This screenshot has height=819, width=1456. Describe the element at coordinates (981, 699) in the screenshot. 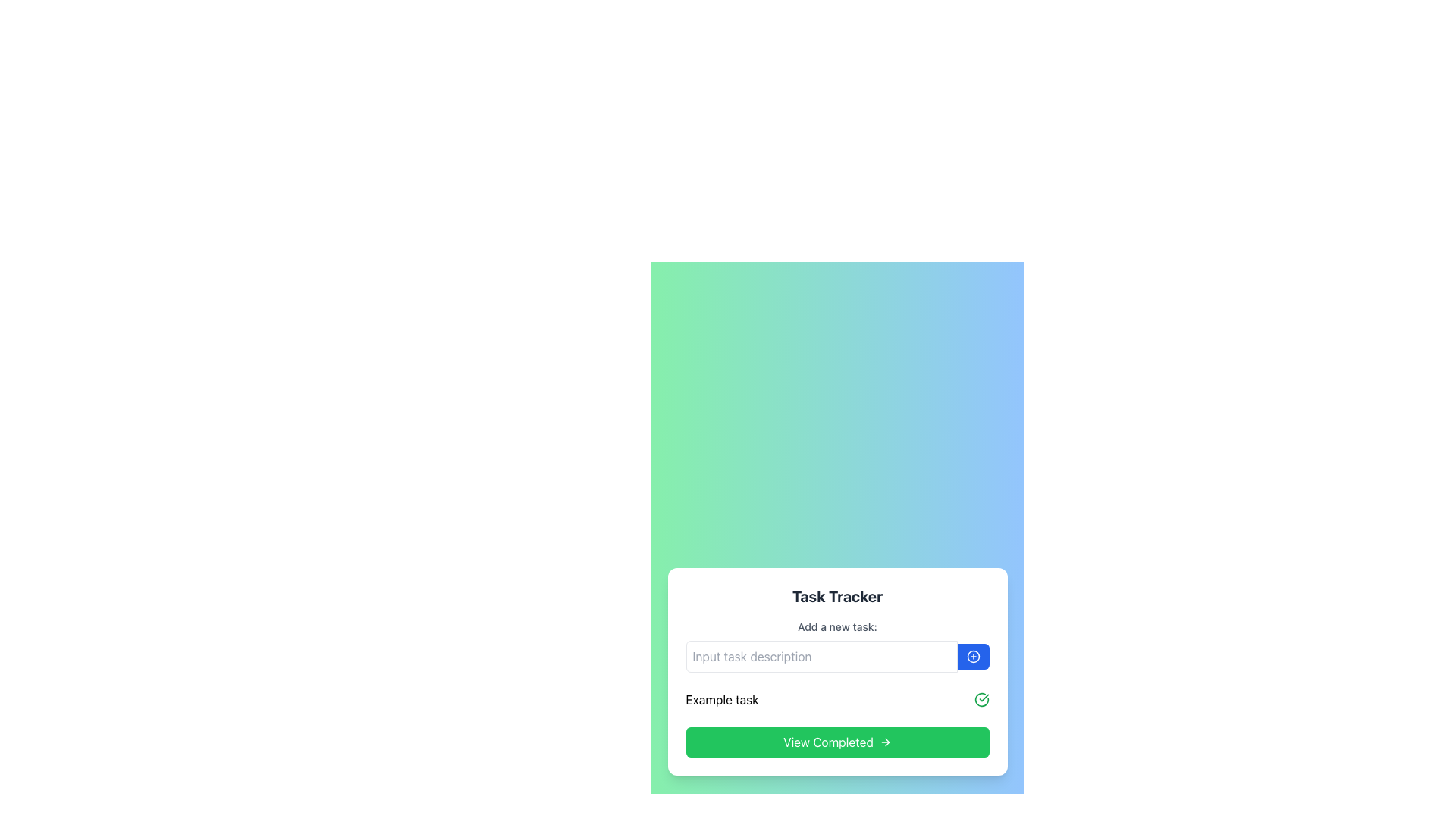

I see `the status of the green checkmark circle icon located on the far right side of the horizontal group containing the task label 'Example task'` at that location.